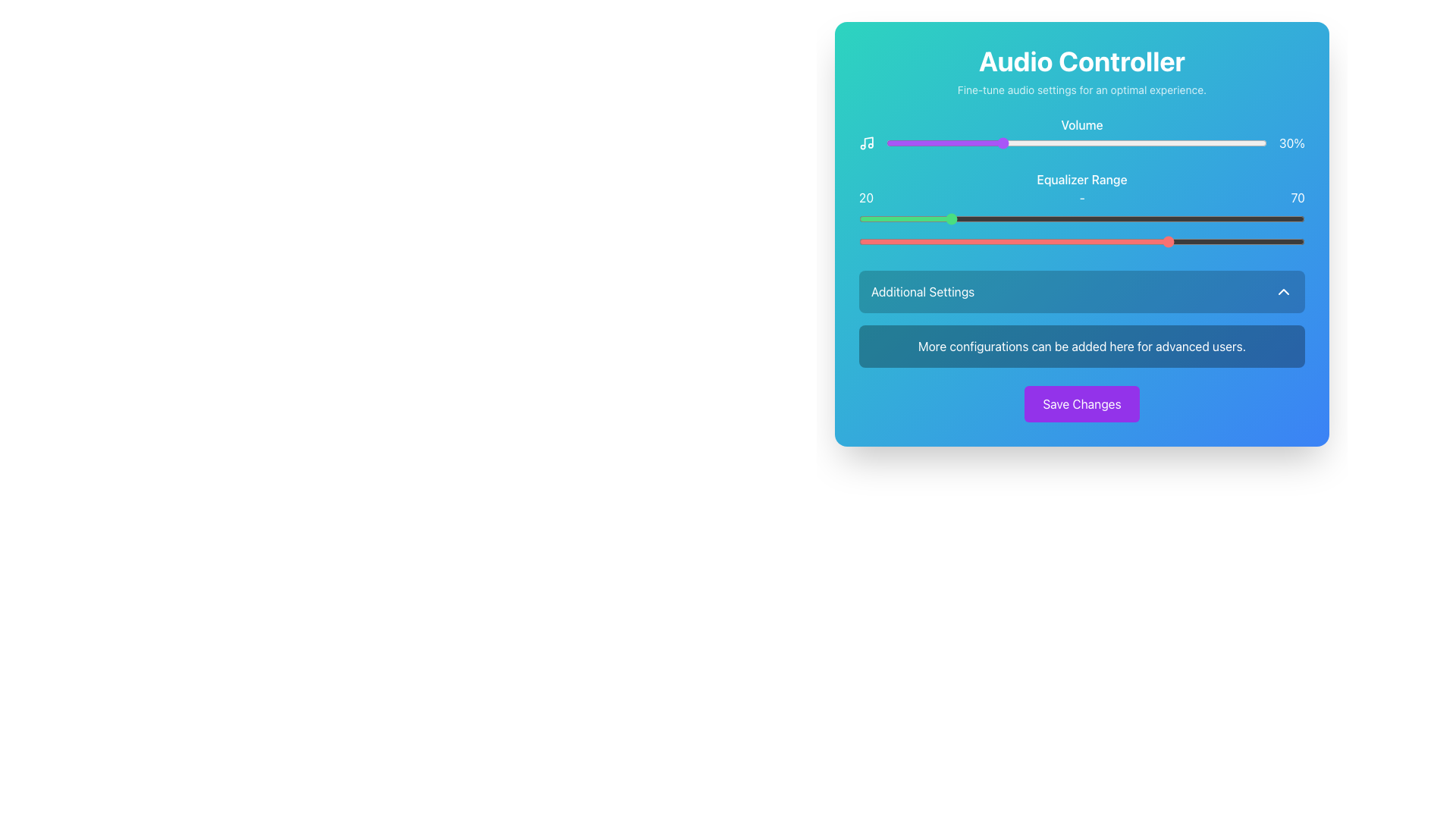  I want to click on the static text label indicating the minimum value of the 'Equalizer Range', which displays '20' on the left side of the range '20-70', so click(866, 197).